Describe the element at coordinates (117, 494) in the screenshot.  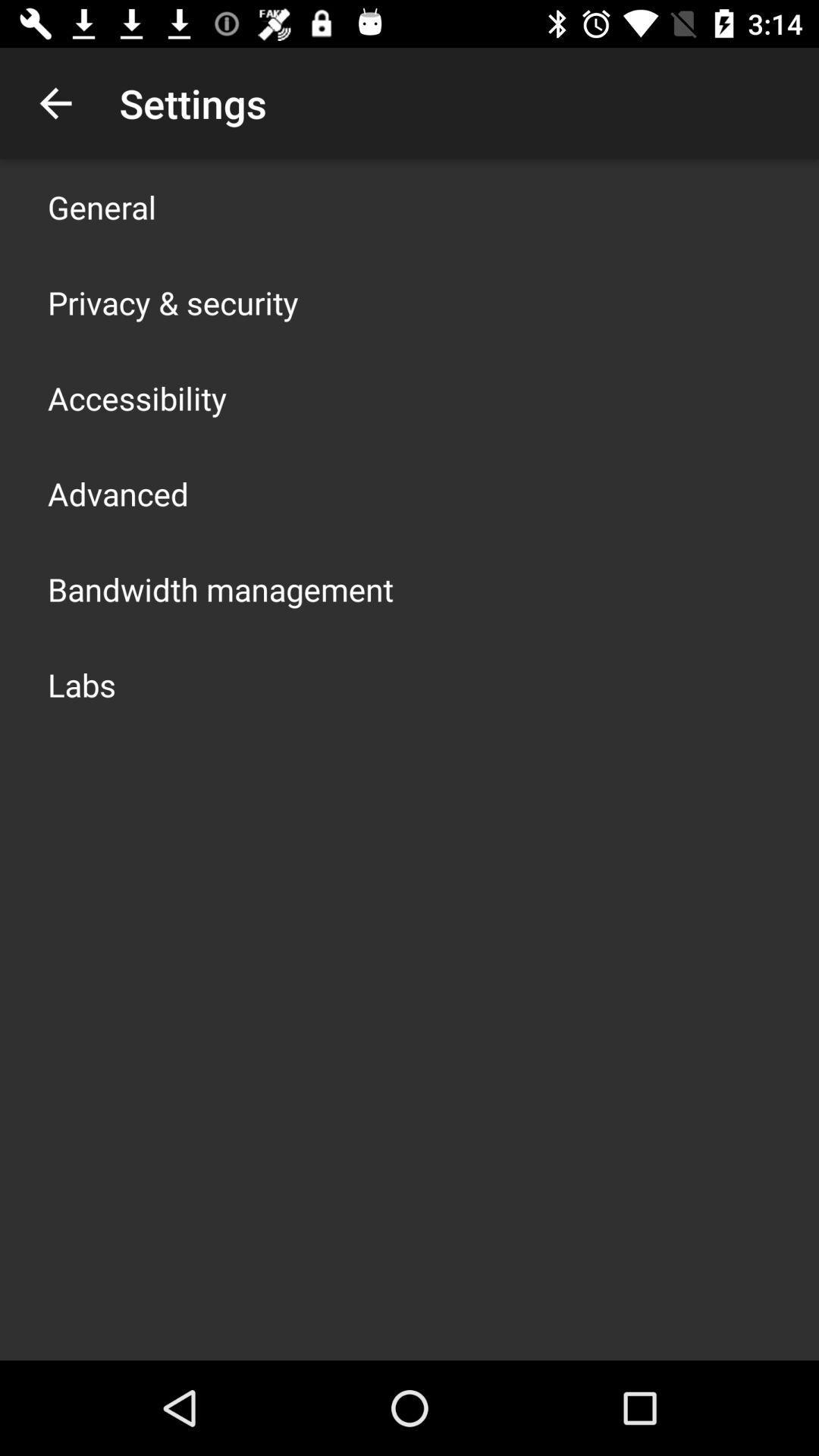
I see `advanced icon` at that location.